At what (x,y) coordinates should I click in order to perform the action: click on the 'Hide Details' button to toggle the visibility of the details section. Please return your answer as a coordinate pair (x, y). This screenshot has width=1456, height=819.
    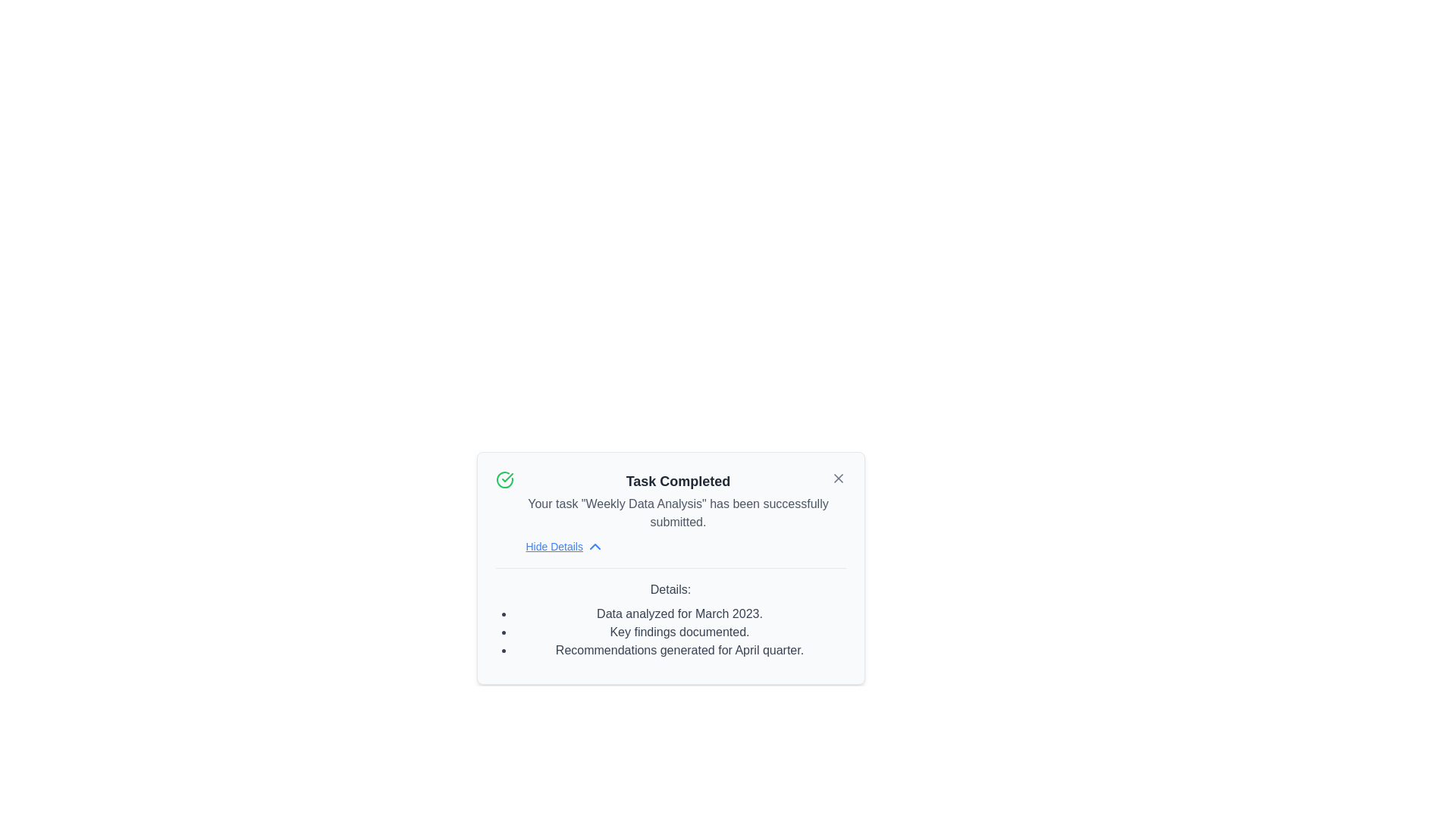
    Looking at the image, I should click on (563, 547).